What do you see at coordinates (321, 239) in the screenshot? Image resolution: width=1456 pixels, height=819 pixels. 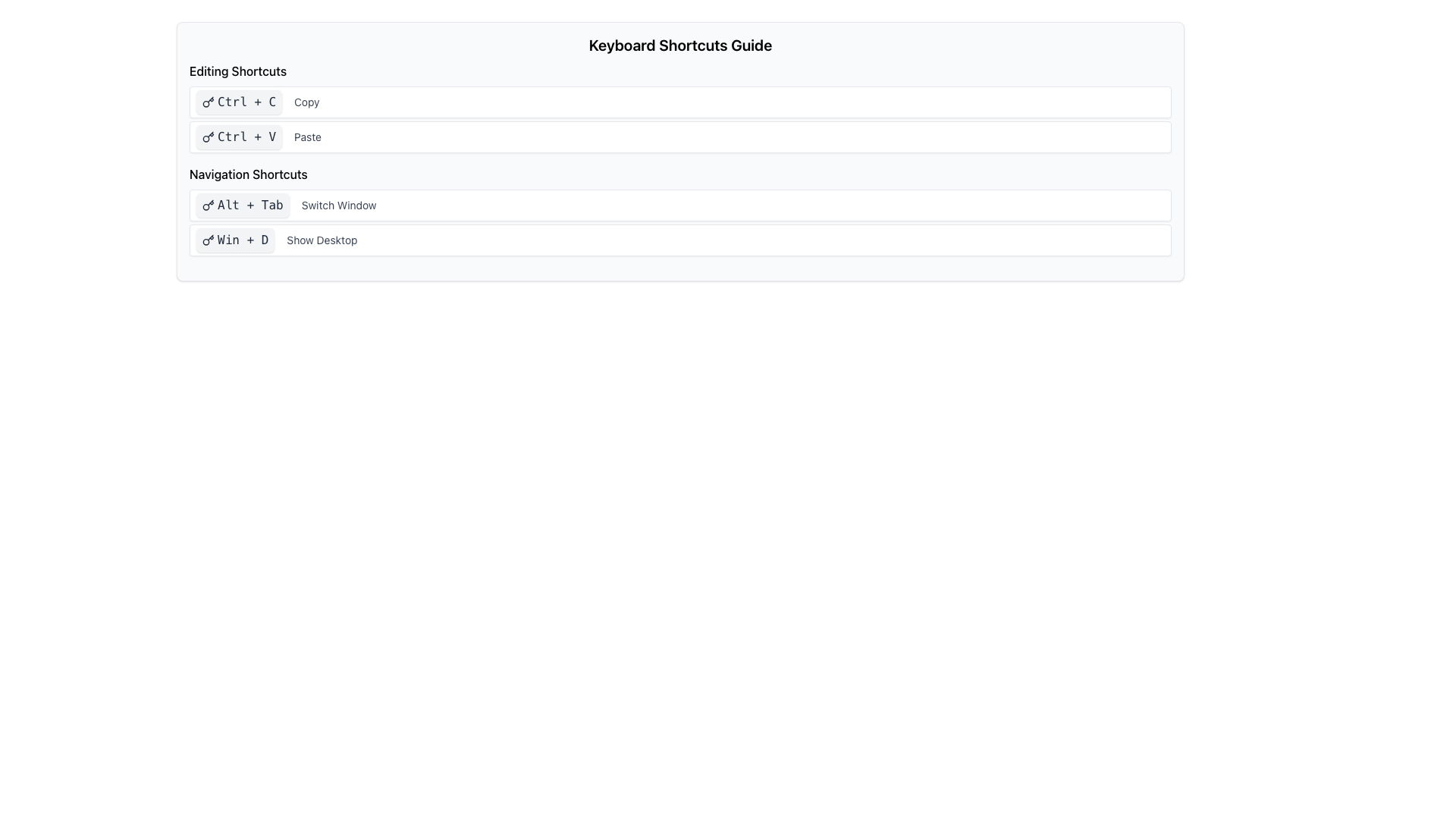 I see `the non-interactive text label providing additional information about the keyboard shortcut located beneath 'Win + D' in the 'Navigation Shortcuts' section` at bounding box center [321, 239].